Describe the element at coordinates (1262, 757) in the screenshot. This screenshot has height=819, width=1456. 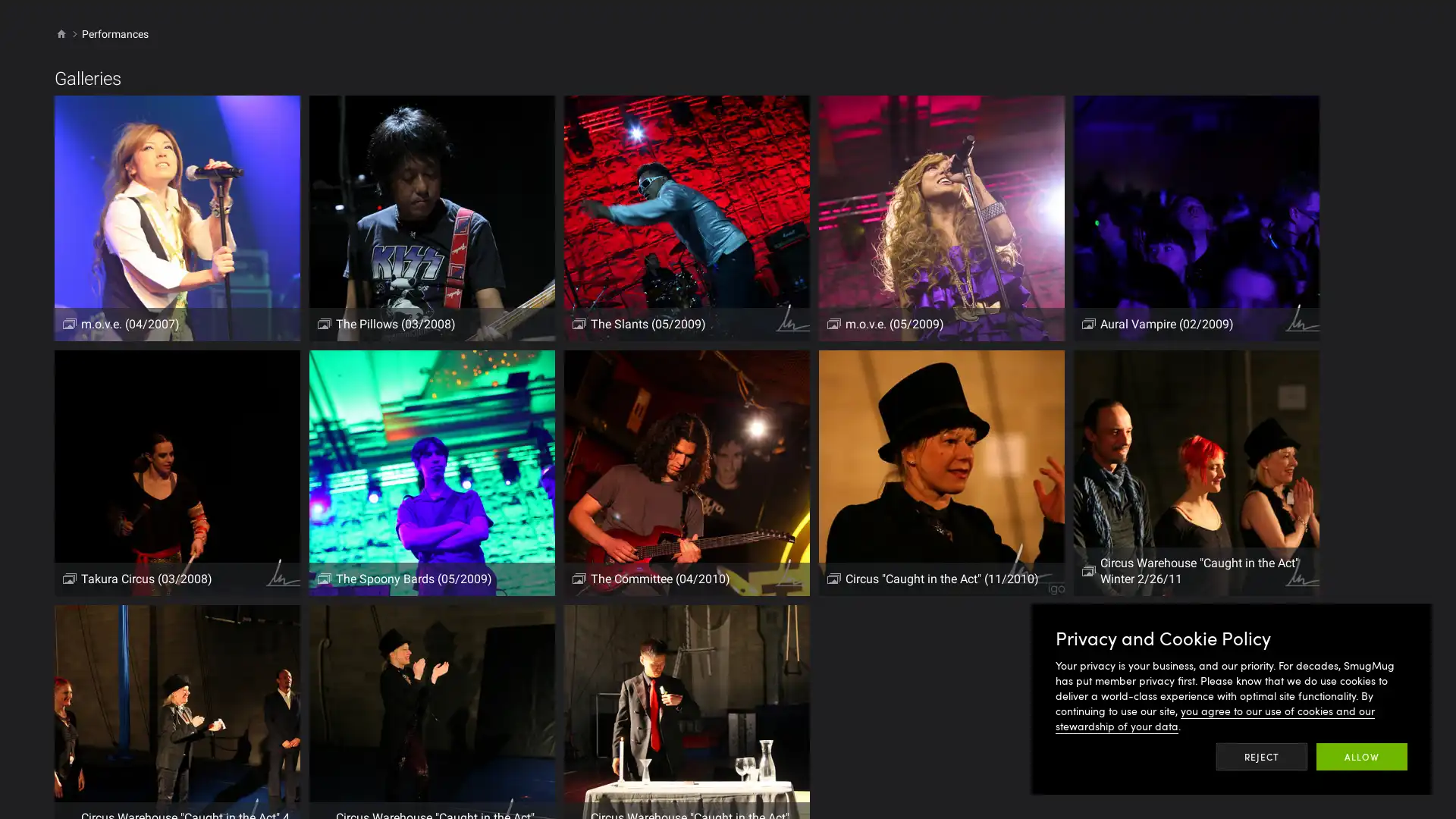
I see `REJECT` at that location.